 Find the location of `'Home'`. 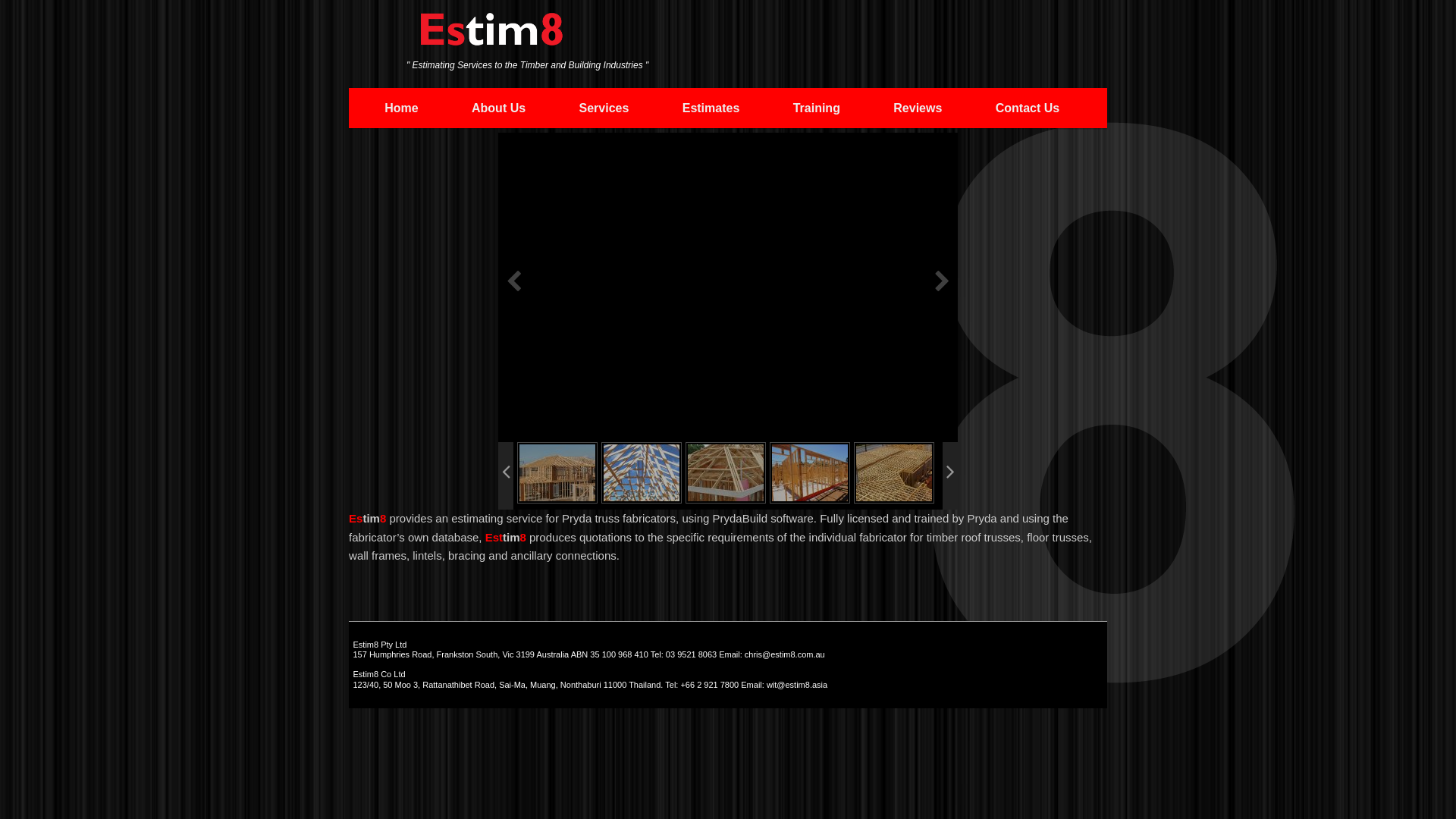

'Home' is located at coordinates (401, 107).